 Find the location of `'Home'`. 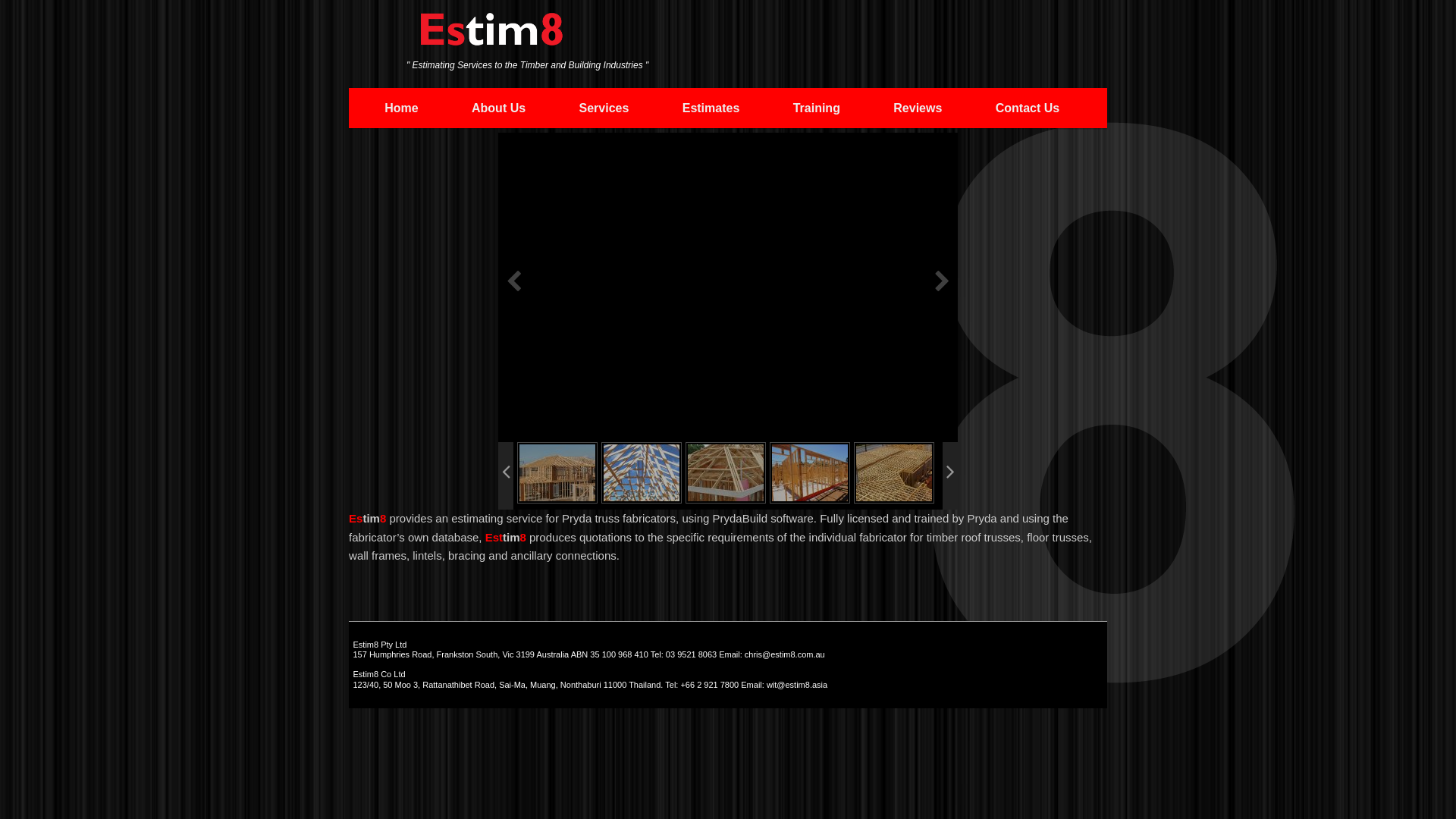

'Home' is located at coordinates (401, 107).